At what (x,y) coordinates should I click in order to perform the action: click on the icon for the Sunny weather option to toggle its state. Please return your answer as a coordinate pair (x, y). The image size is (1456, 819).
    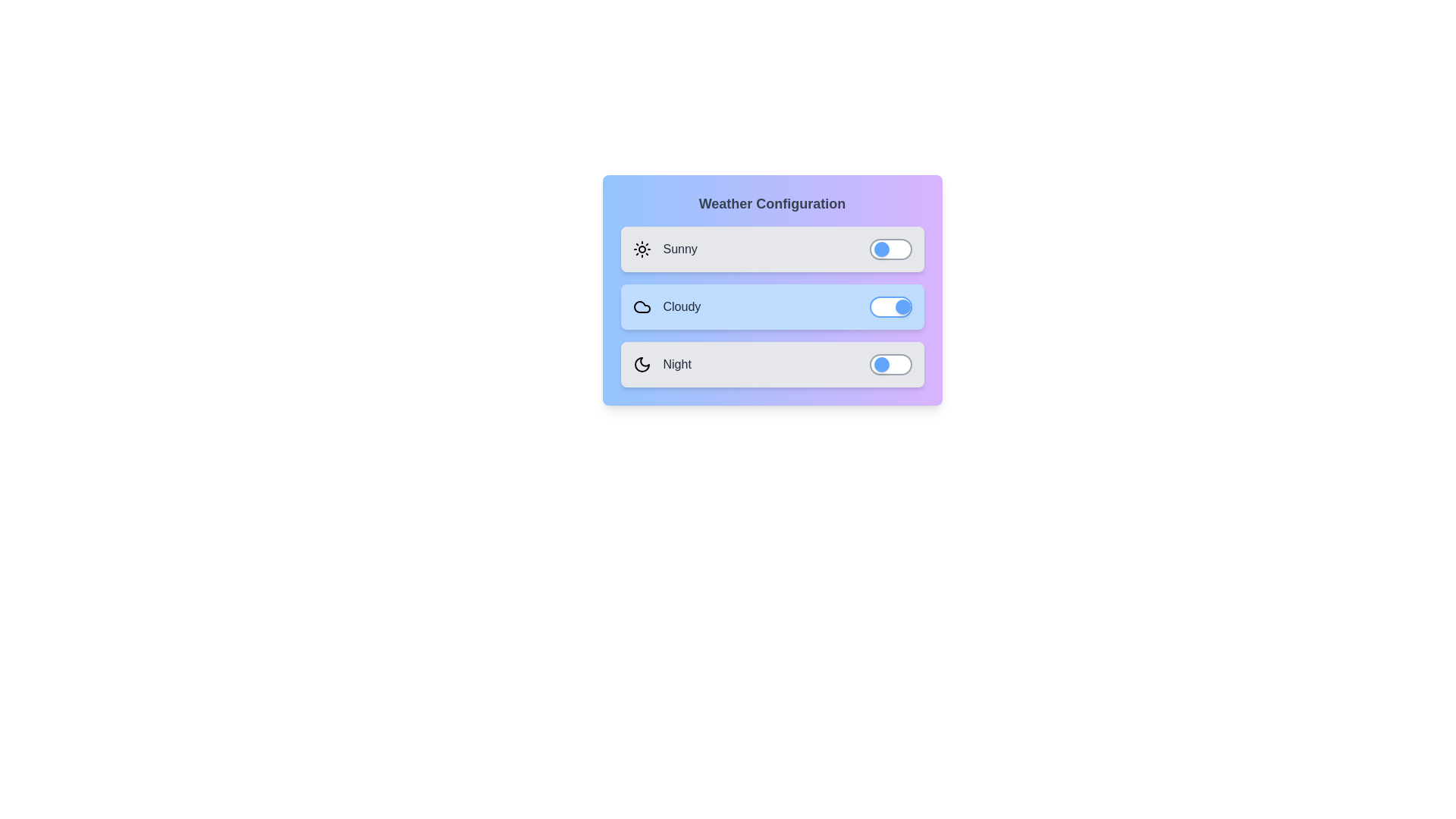
    Looking at the image, I should click on (642, 248).